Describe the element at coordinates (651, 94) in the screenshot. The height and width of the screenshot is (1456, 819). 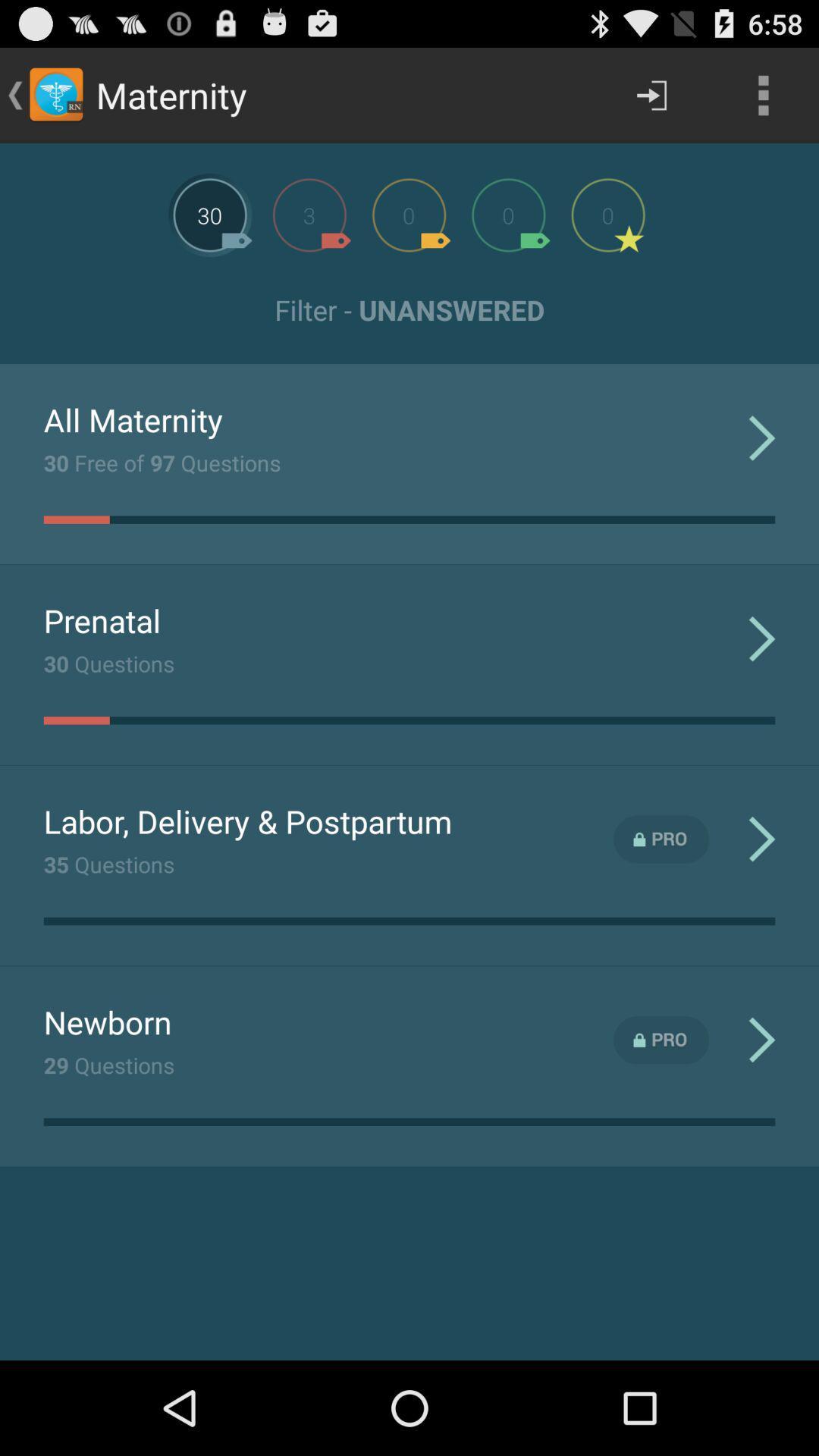
I see `the next arrow` at that location.